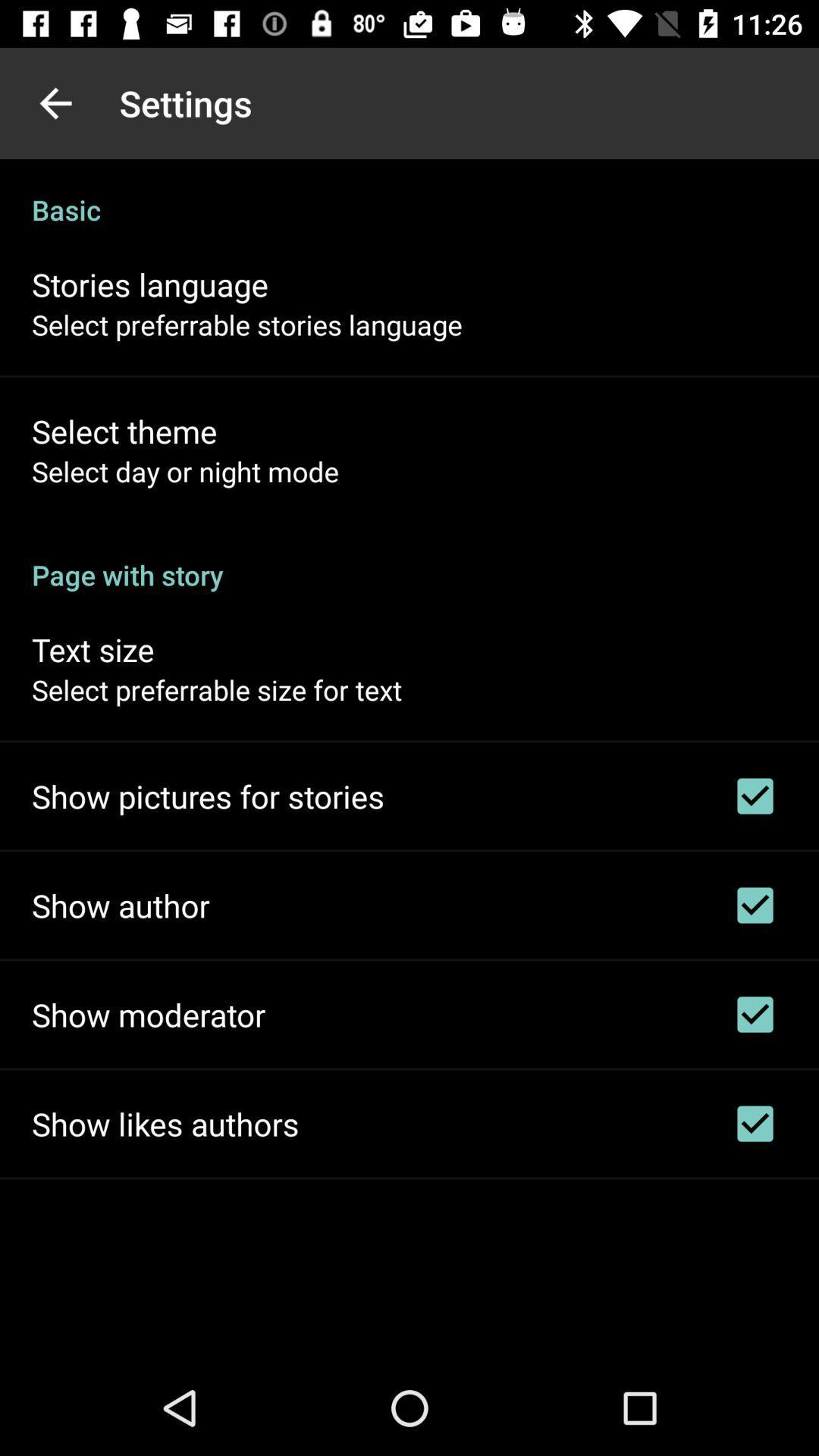 The width and height of the screenshot is (819, 1456). I want to click on show likes authors item, so click(165, 1124).